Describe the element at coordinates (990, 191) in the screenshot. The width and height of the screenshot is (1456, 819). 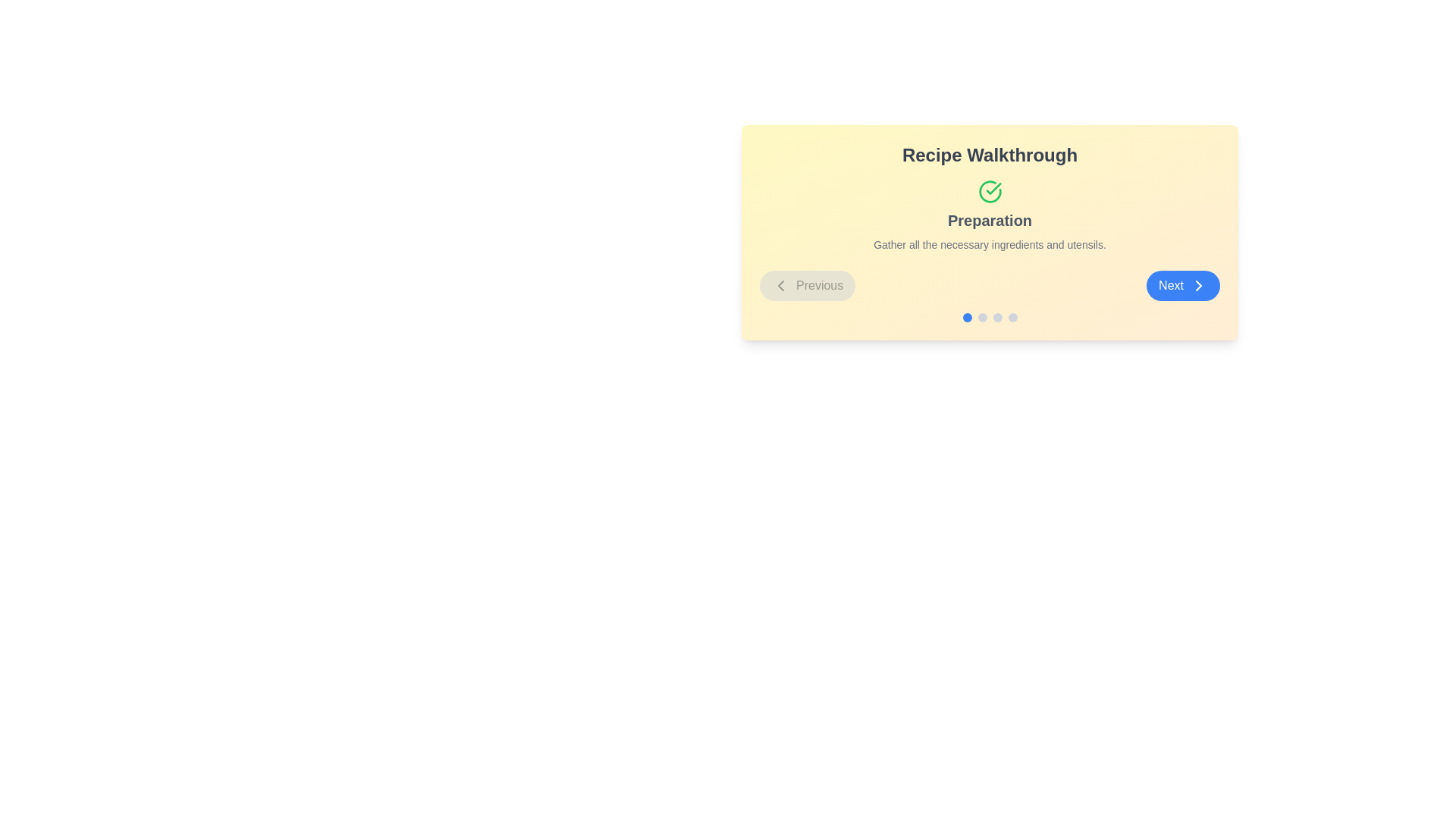
I see `the completion icon located centrally within the 'Preparation' step description card` at that location.